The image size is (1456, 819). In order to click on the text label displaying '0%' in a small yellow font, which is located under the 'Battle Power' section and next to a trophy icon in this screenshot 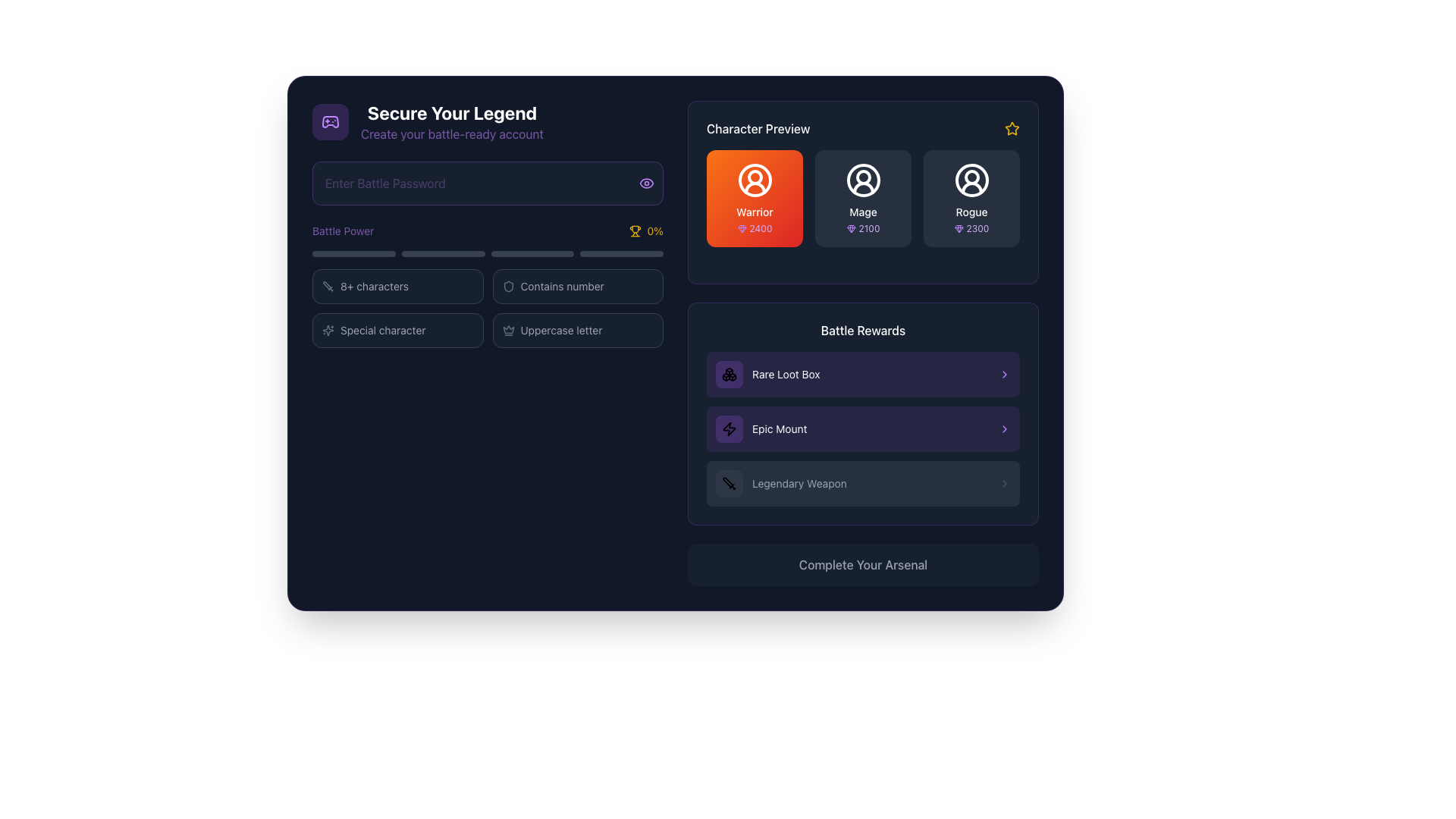, I will do `click(655, 231)`.